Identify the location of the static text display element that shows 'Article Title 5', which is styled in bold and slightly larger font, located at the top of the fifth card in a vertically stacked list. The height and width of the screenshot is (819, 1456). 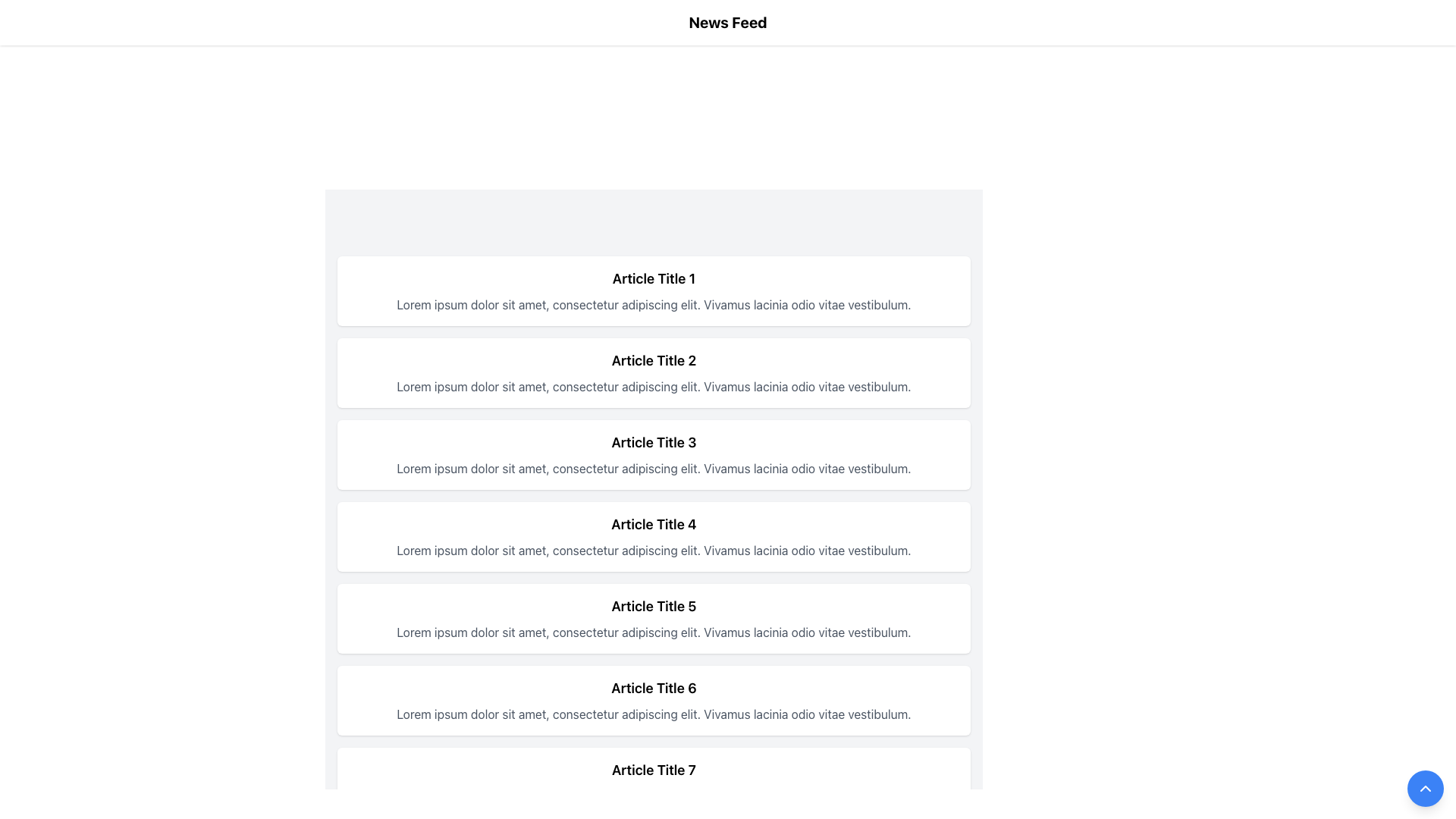
(654, 605).